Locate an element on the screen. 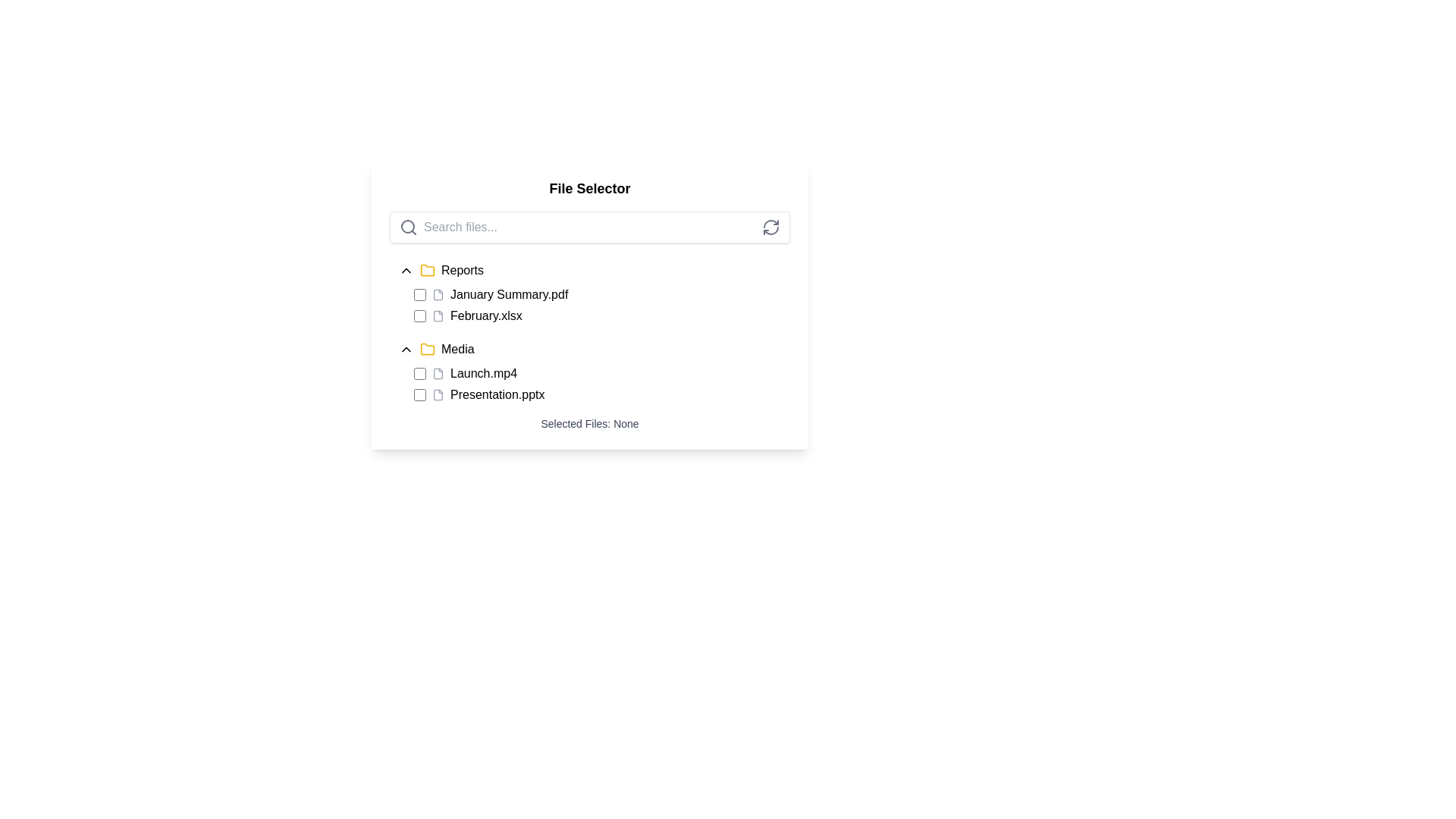 Image resolution: width=1456 pixels, height=819 pixels. the small rectangular icon resembling a document file shape, which has a gray color and minimalistic outline, located to the left of the text 'January Summary.pdf' in the 'Reports' section of the file selector interface is located at coordinates (437, 295).